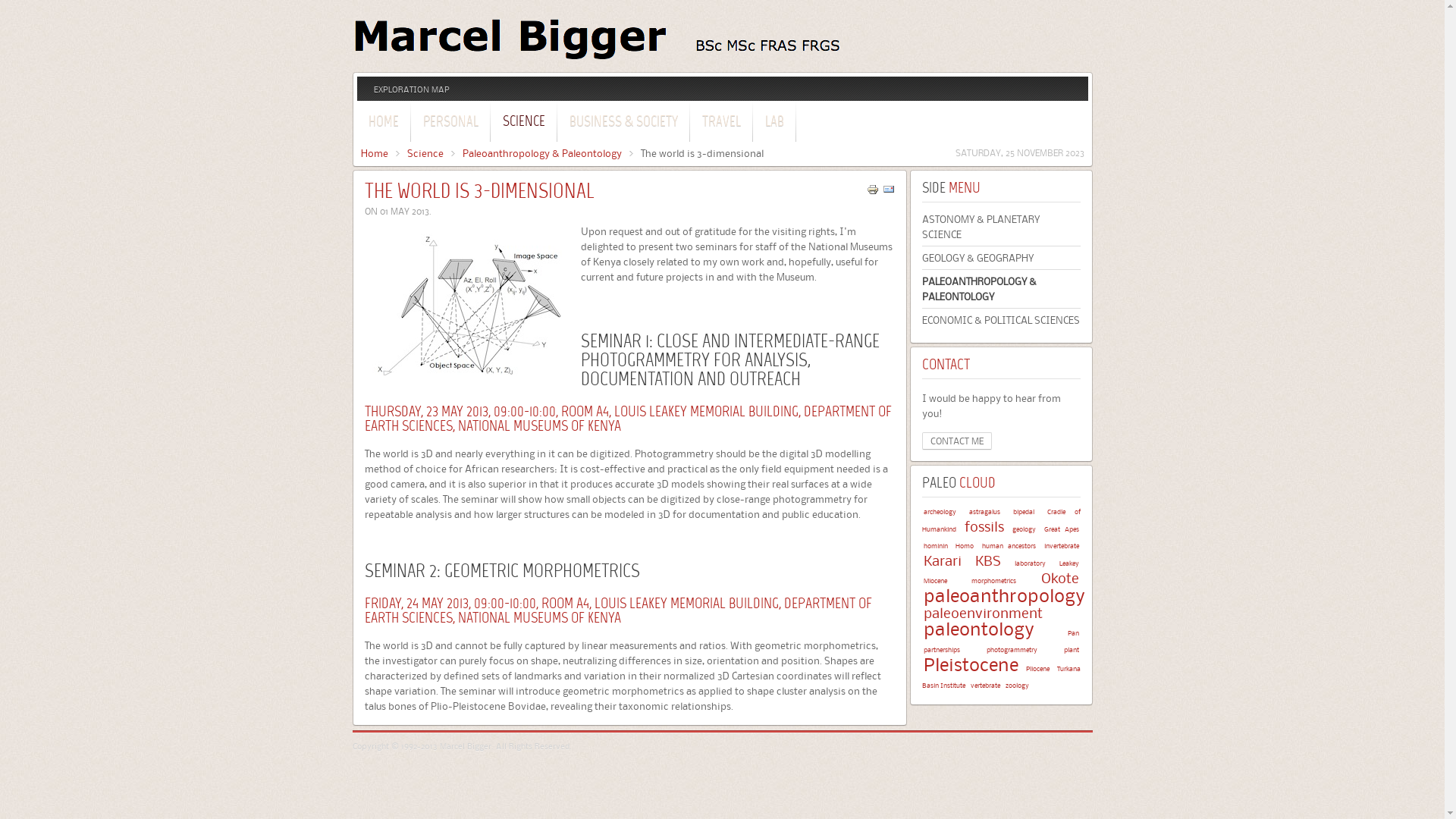  Describe the element at coordinates (993, 580) in the screenshot. I see `'morphometrics'` at that location.